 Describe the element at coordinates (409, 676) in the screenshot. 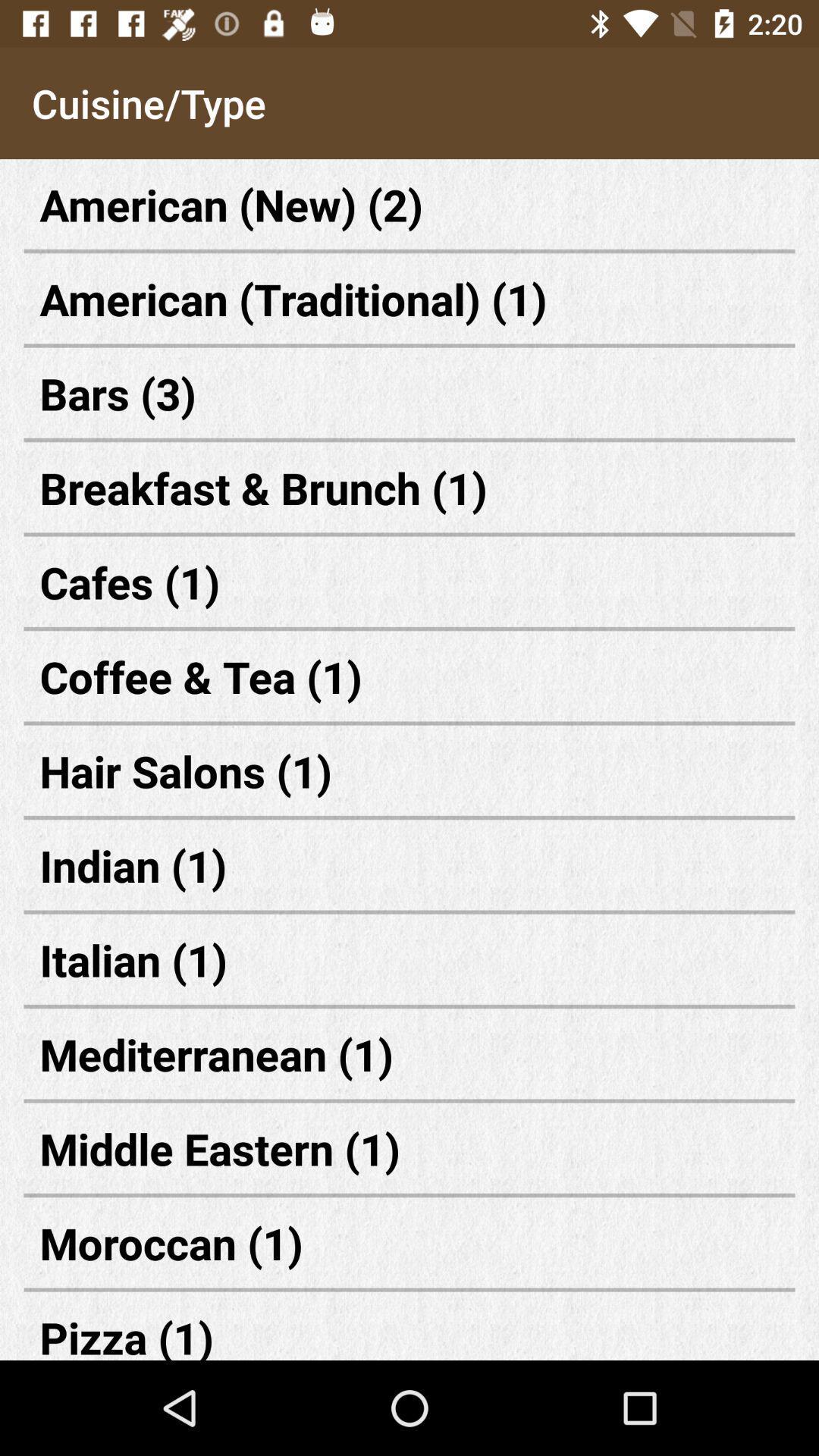

I see `icon above hair salons (1) item` at that location.